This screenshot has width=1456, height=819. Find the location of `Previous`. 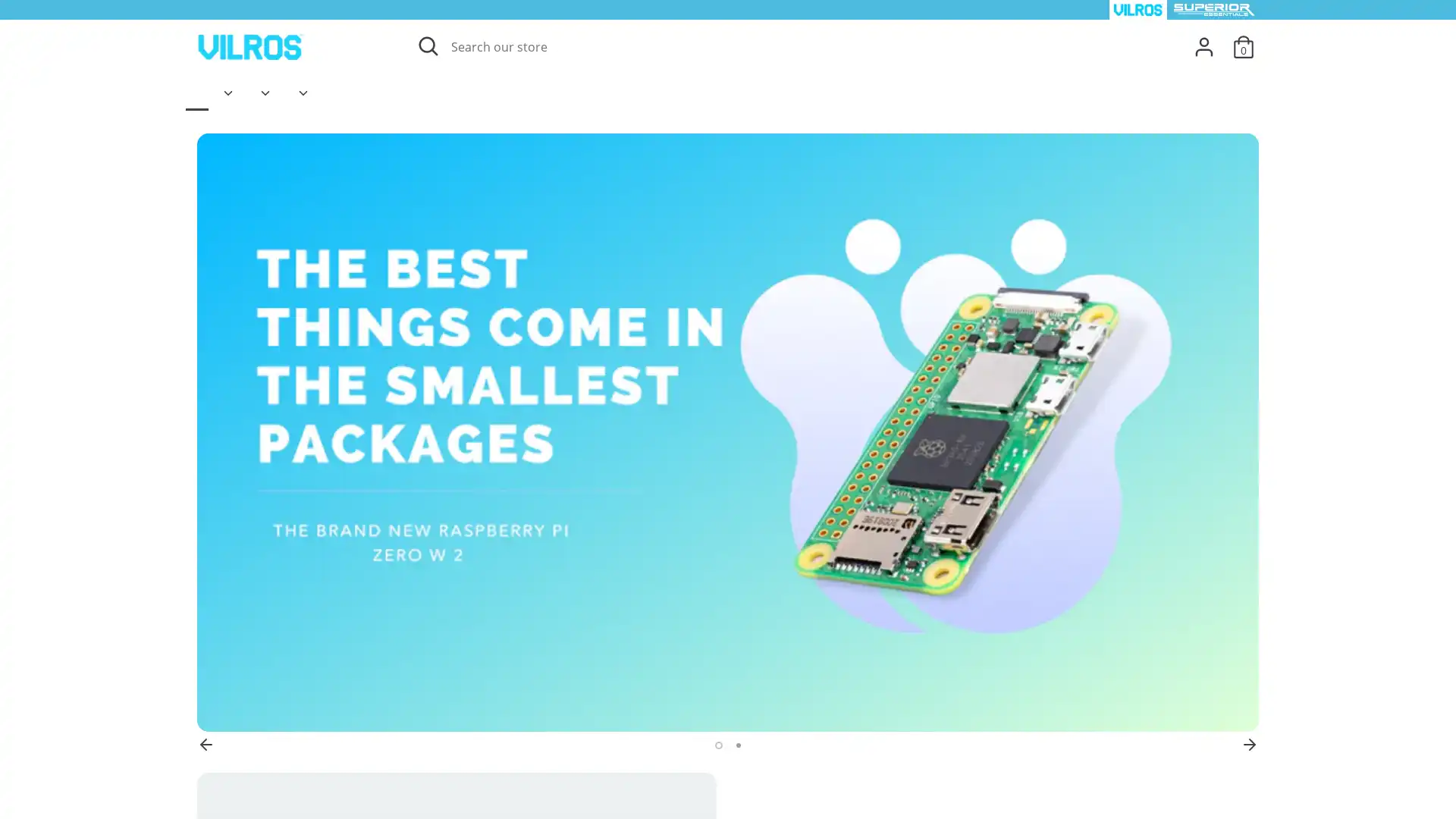

Previous is located at coordinates (206, 744).